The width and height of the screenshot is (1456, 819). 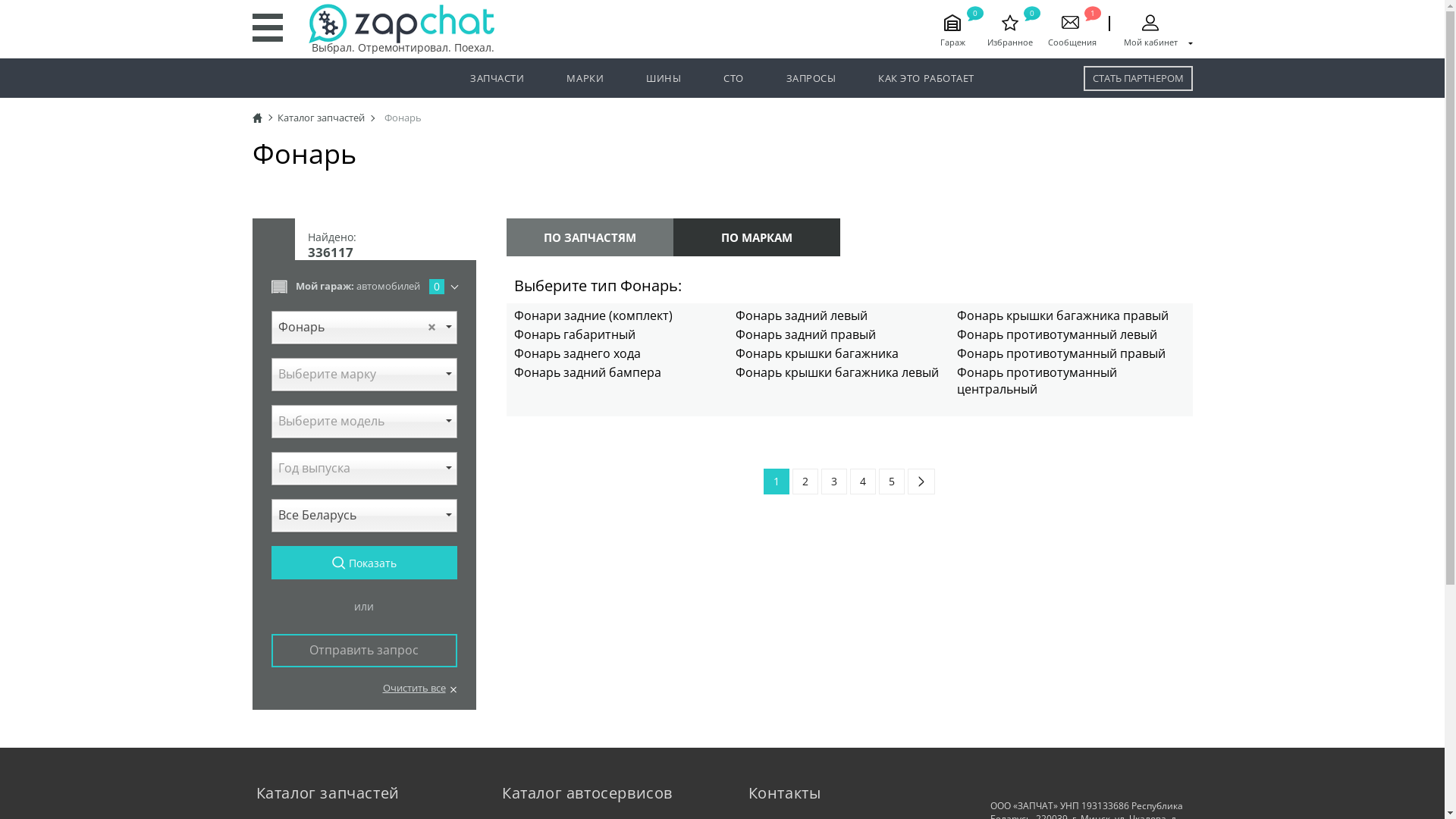 What do you see at coordinates (920, 482) in the screenshot?
I see `'>'` at bounding box center [920, 482].